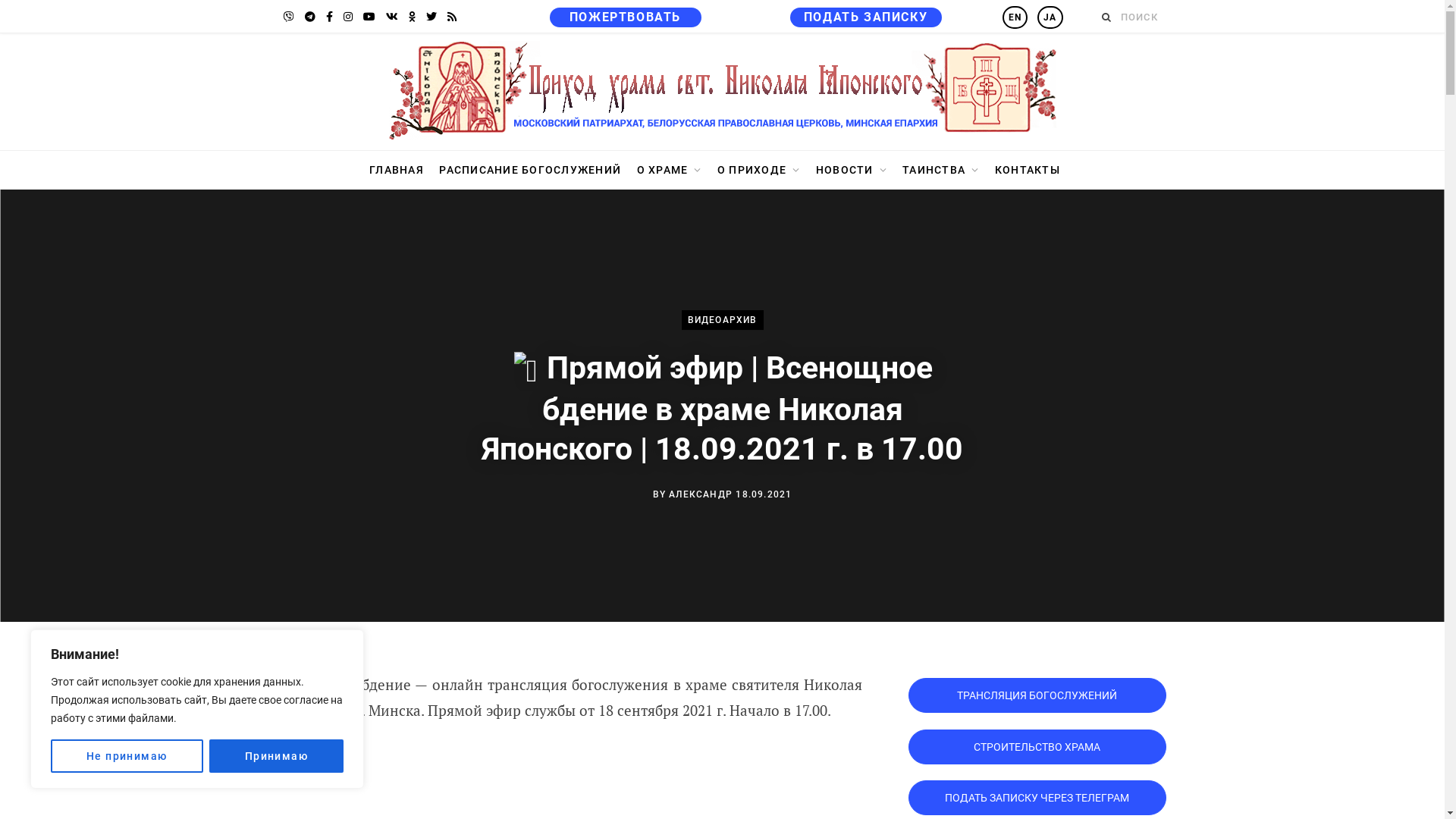 The width and height of the screenshot is (1456, 819). What do you see at coordinates (411, 17) in the screenshot?
I see `'Last.fm'` at bounding box center [411, 17].